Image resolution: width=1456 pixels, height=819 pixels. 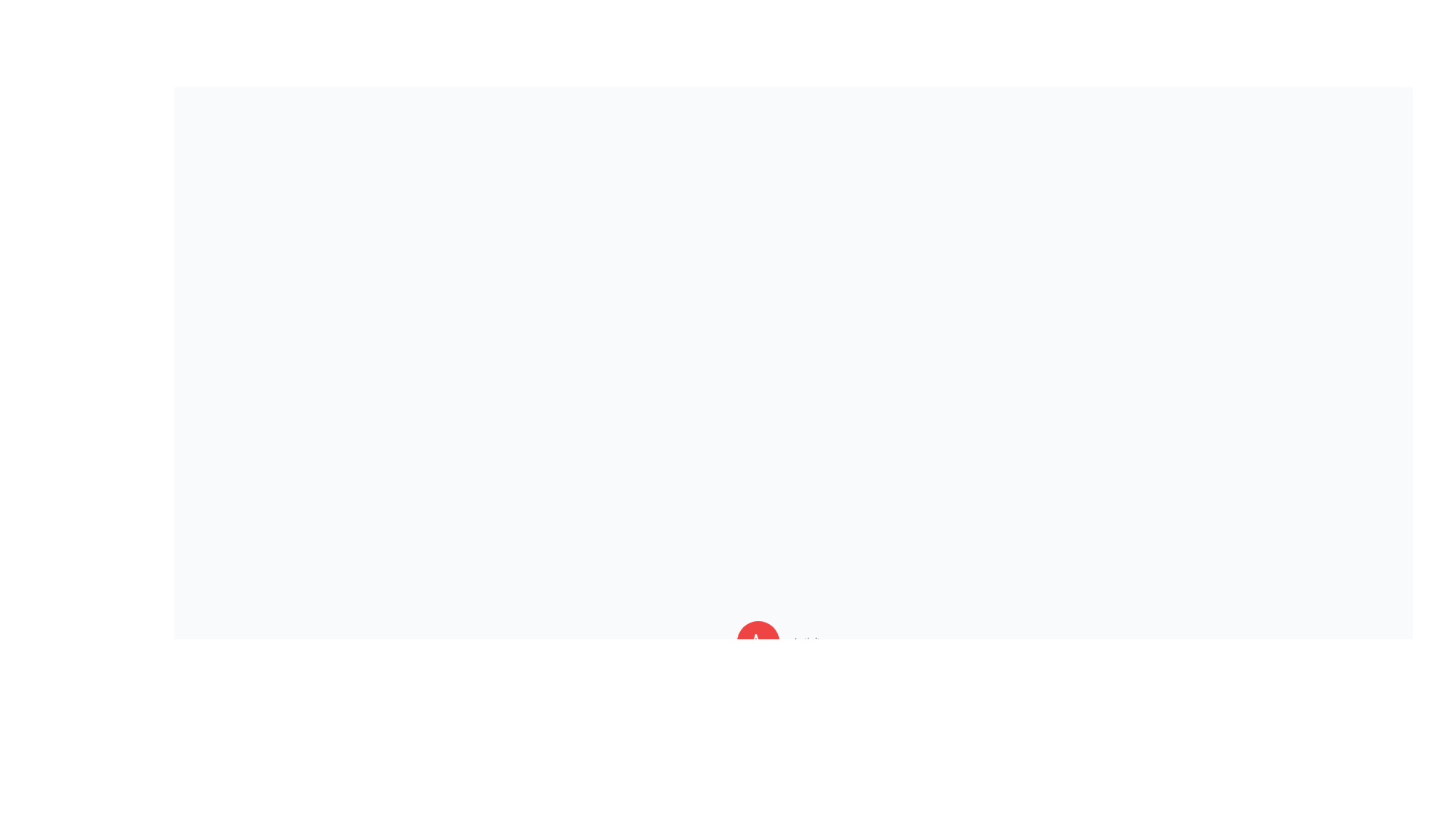 I want to click on the button corresponding to Camera to observe its tooltip or label, so click(x=758, y=752).